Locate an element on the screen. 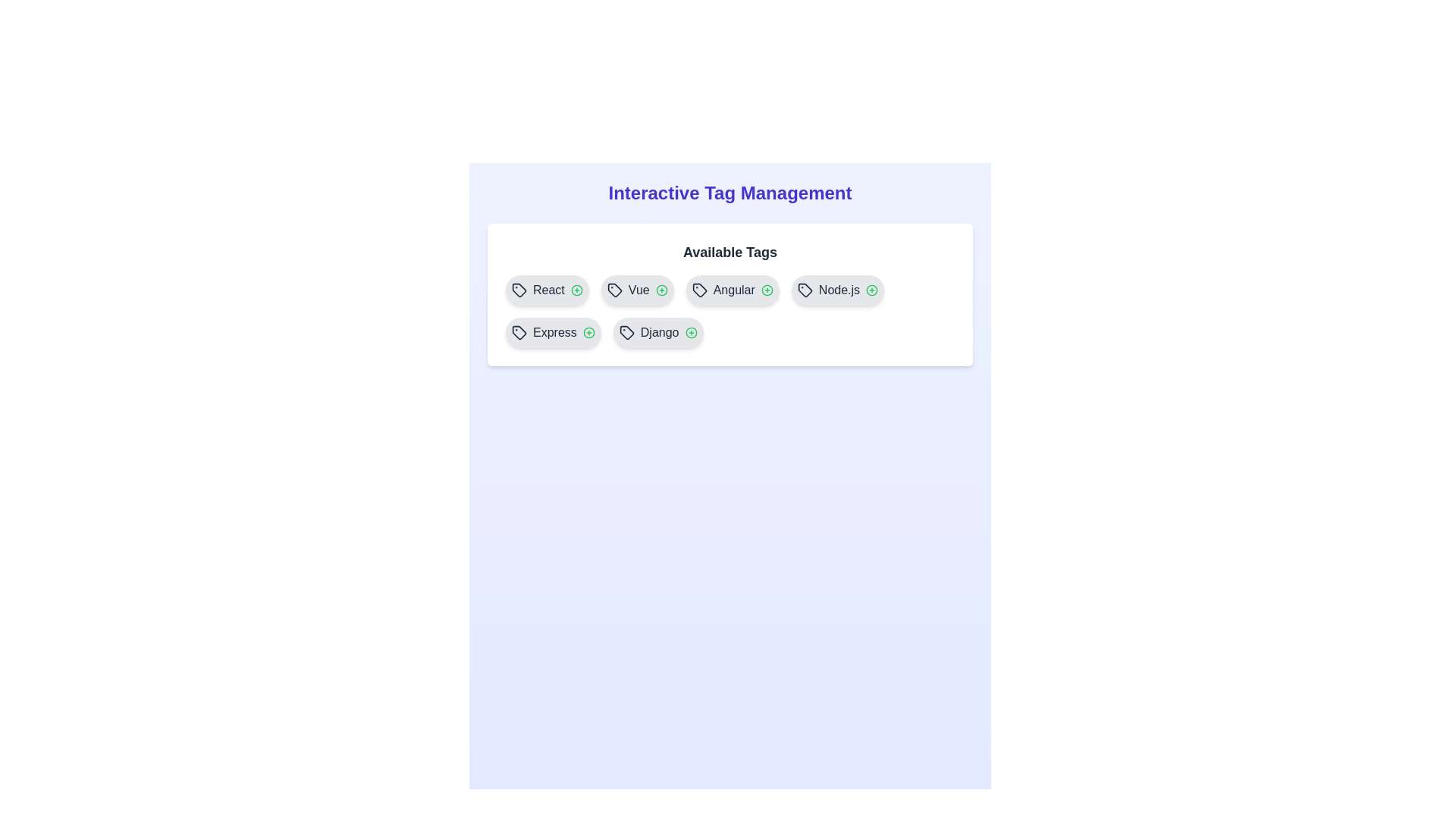 This screenshot has height=819, width=1456. the icon button located to the right of the 'Django' tag text label is located at coordinates (690, 332).